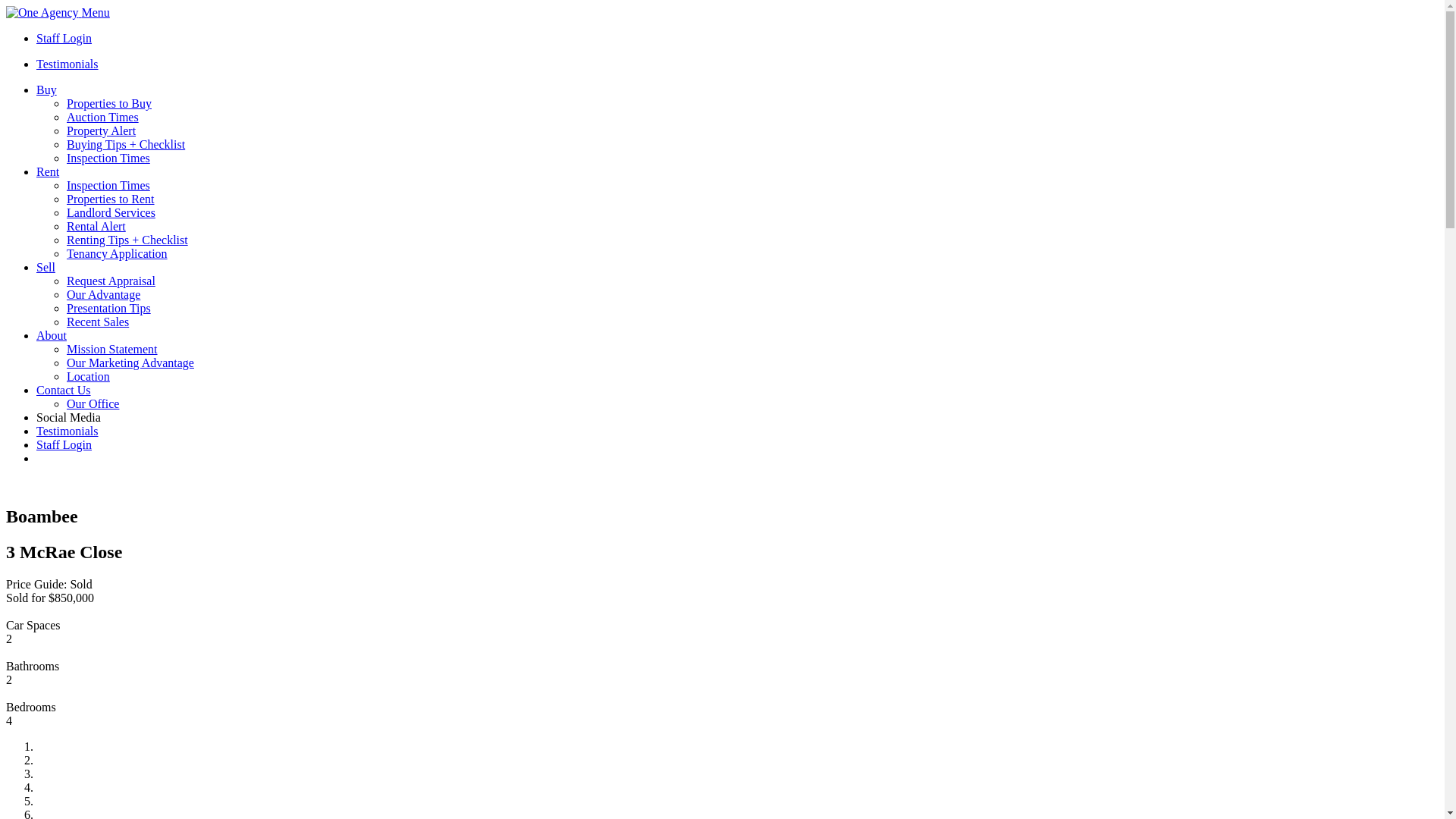 The width and height of the screenshot is (1456, 819). I want to click on 'Inspection Times', so click(108, 158).